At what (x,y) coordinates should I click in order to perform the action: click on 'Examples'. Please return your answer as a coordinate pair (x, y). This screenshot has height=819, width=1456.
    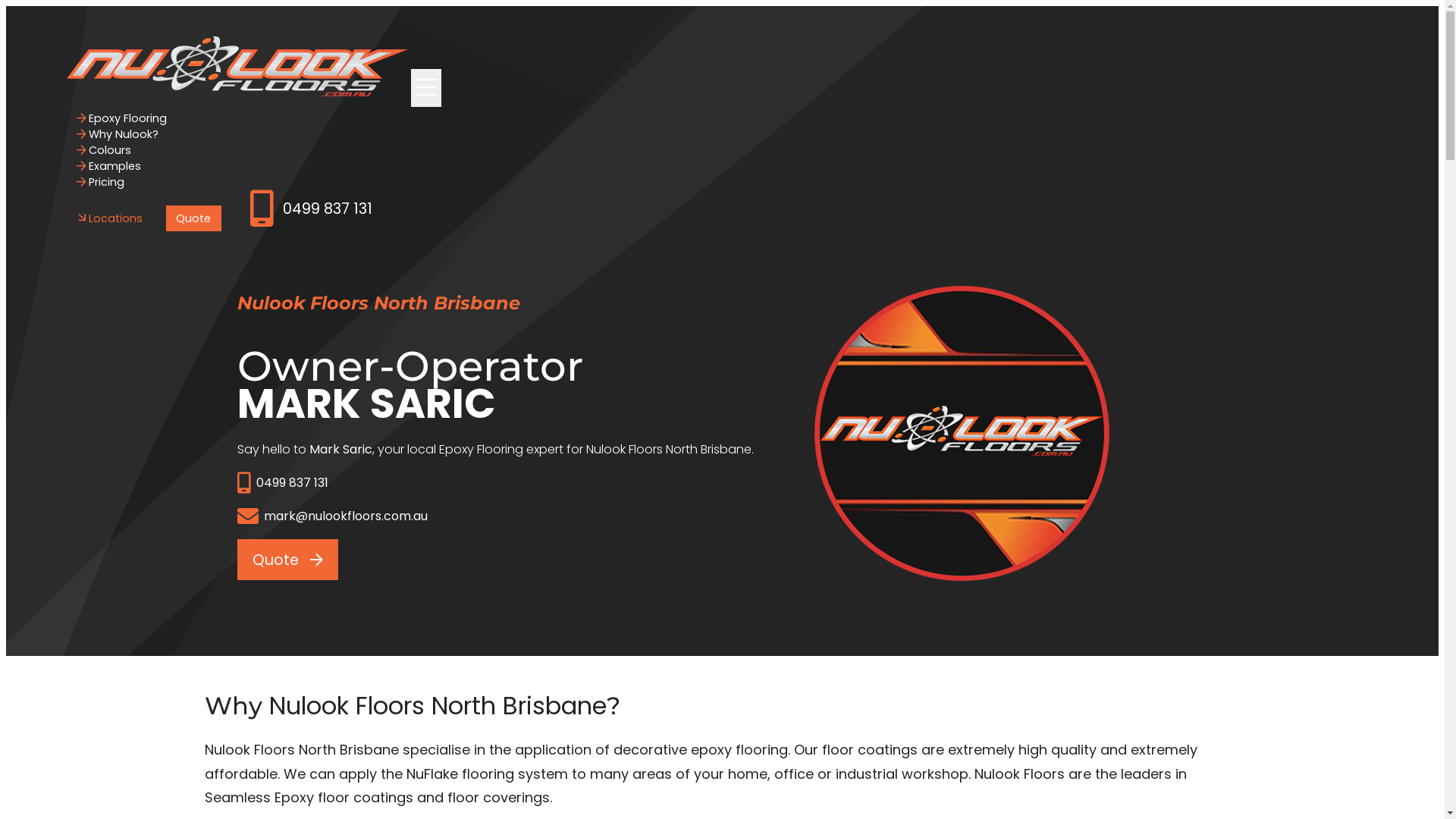
    Looking at the image, I should click on (108, 166).